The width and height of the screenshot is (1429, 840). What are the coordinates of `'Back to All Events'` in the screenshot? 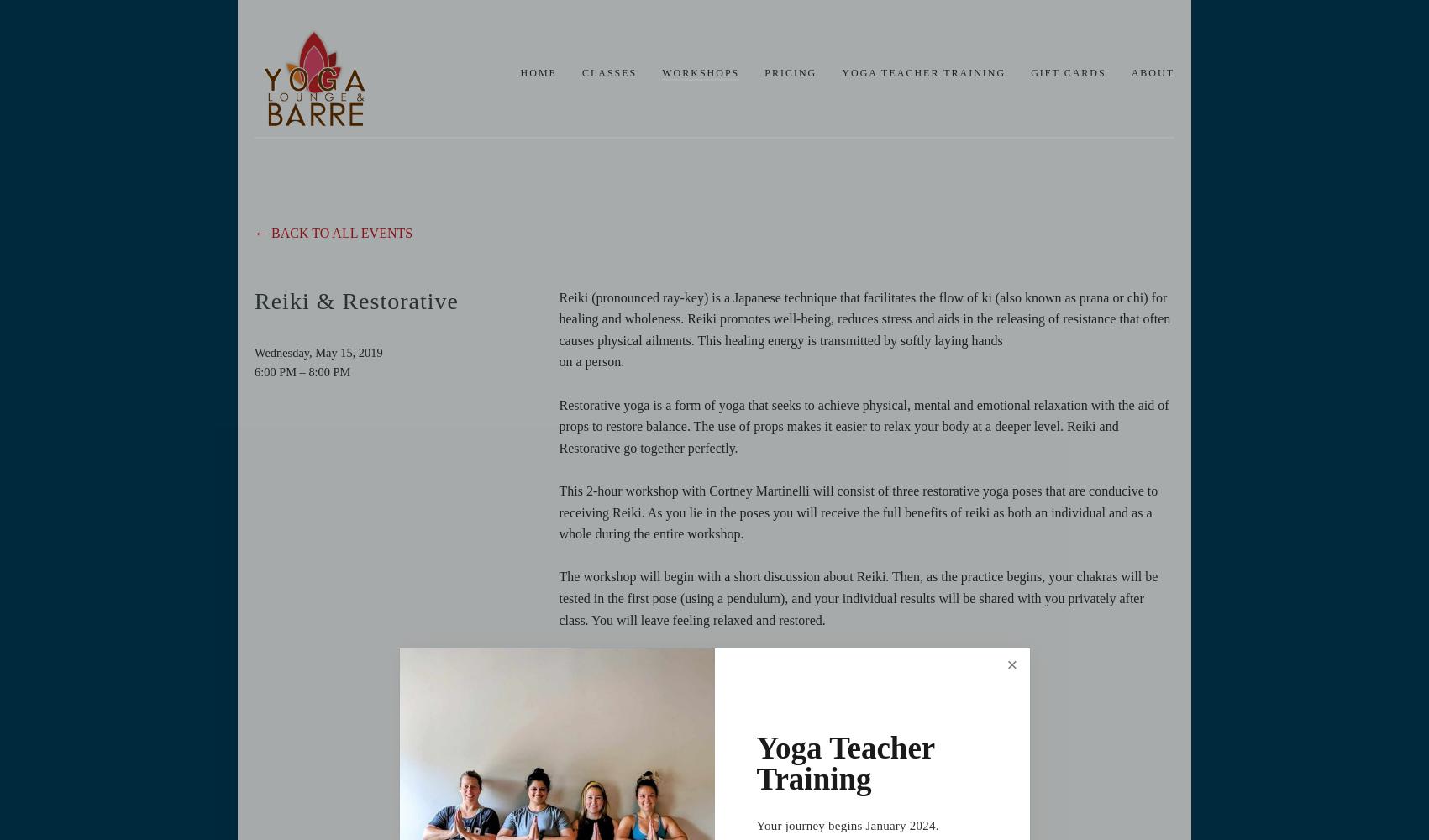 It's located at (341, 233).